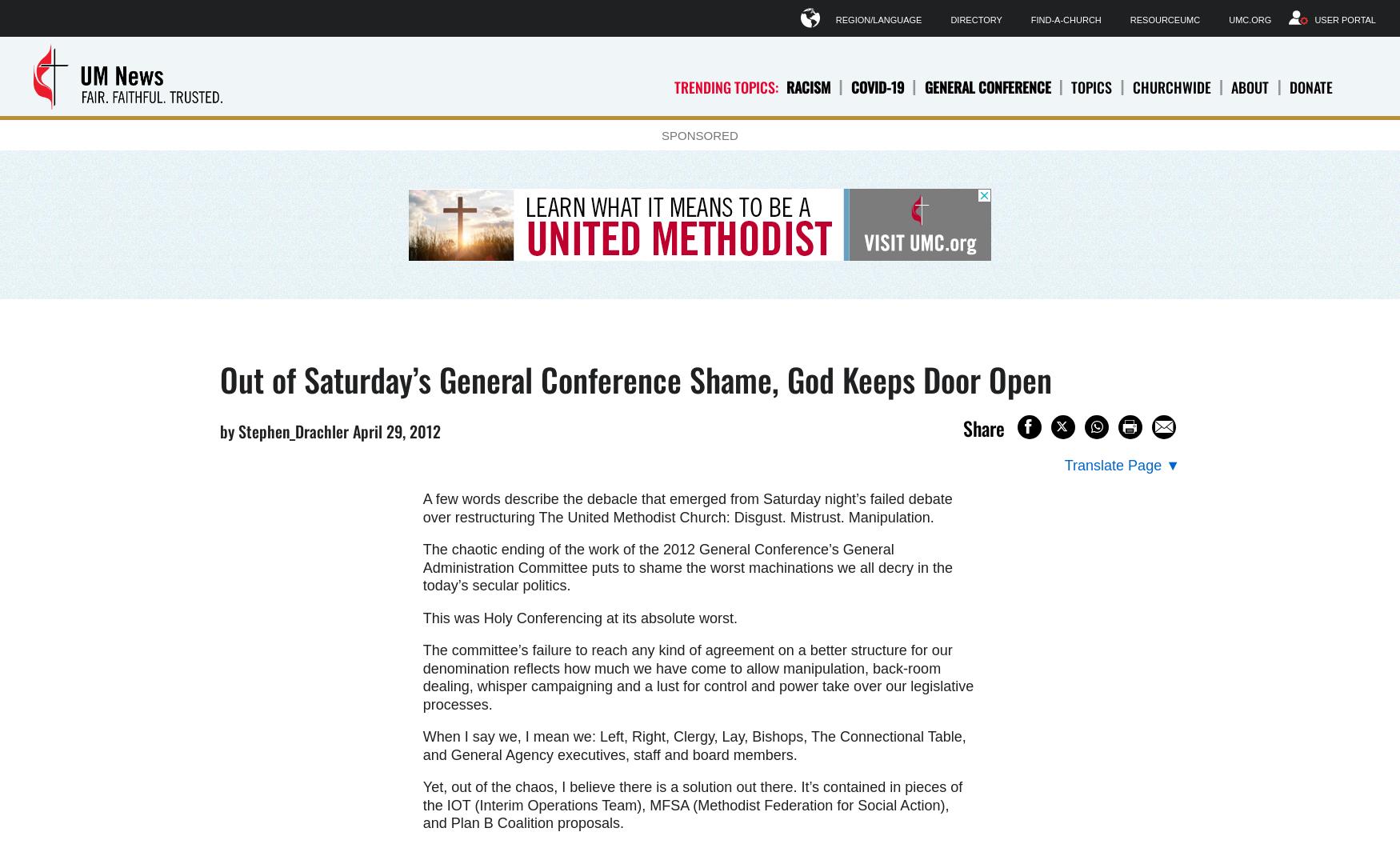 This screenshot has width=1400, height=844. I want to click on 'Yet, out of the chaos, I believe there is a solution out there. It’s contained in pieces of the IOT (Interim Operations Team), MFSA (Methodist Federation for Social Action), and Plan B Coalition proposals.', so click(692, 804).